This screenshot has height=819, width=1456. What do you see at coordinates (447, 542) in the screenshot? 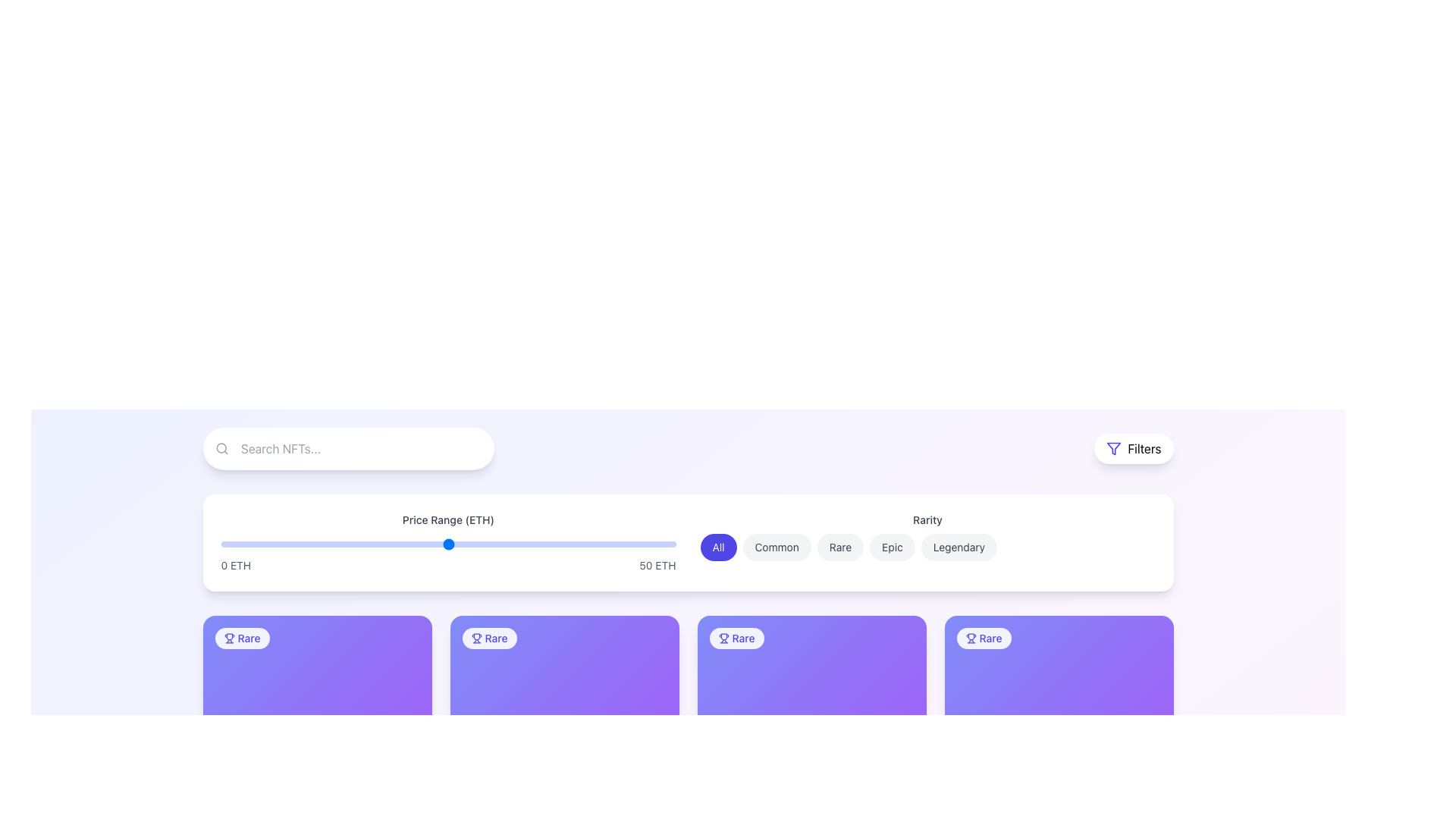
I see `the range slider thumb located below the title 'Search NFTs...'` at bounding box center [447, 542].